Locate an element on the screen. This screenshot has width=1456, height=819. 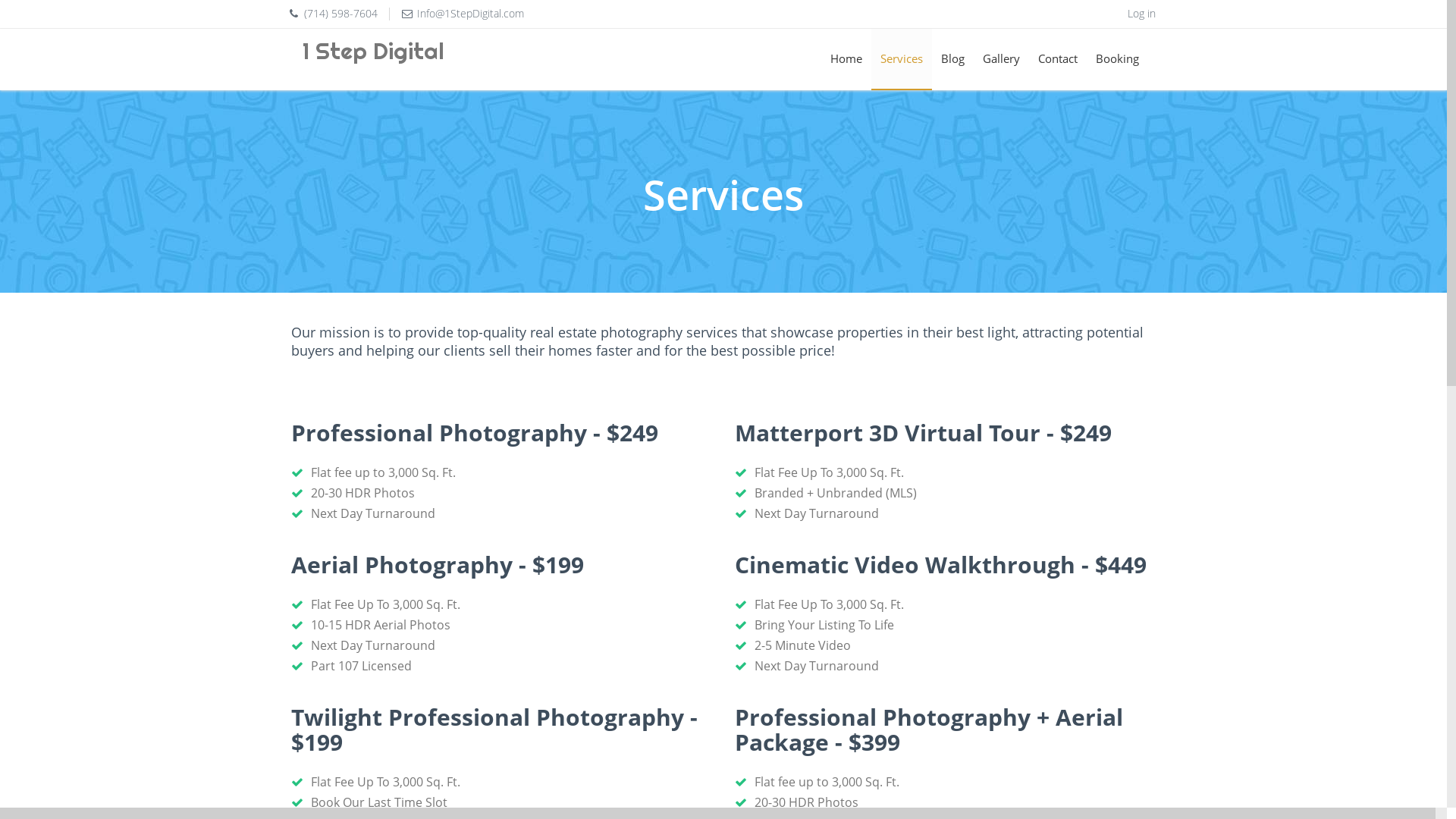
'1 Step Digital' is located at coordinates (399, 58).